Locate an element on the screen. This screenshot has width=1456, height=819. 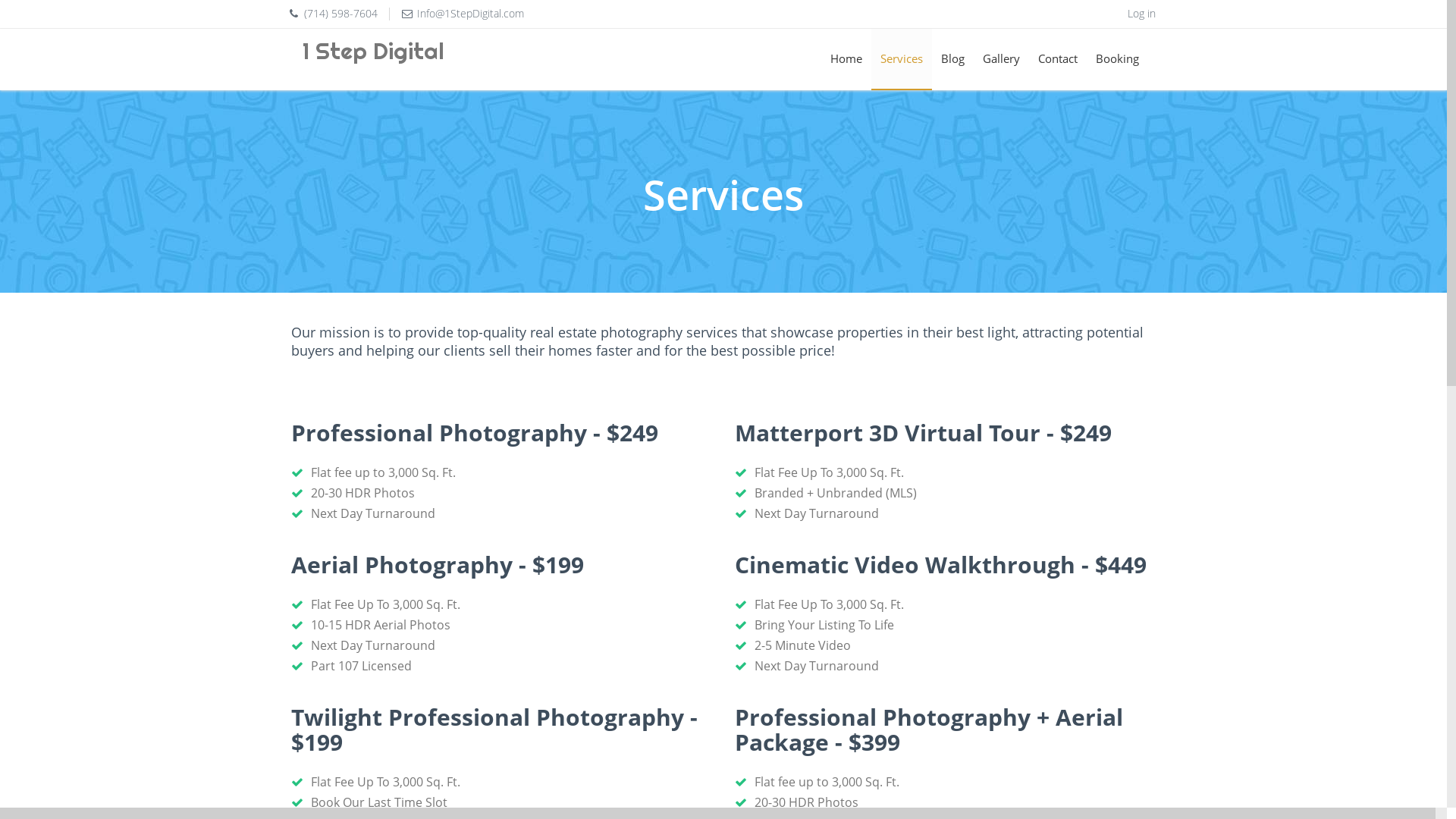
'1 Step Digital' is located at coordinates (399, 58).